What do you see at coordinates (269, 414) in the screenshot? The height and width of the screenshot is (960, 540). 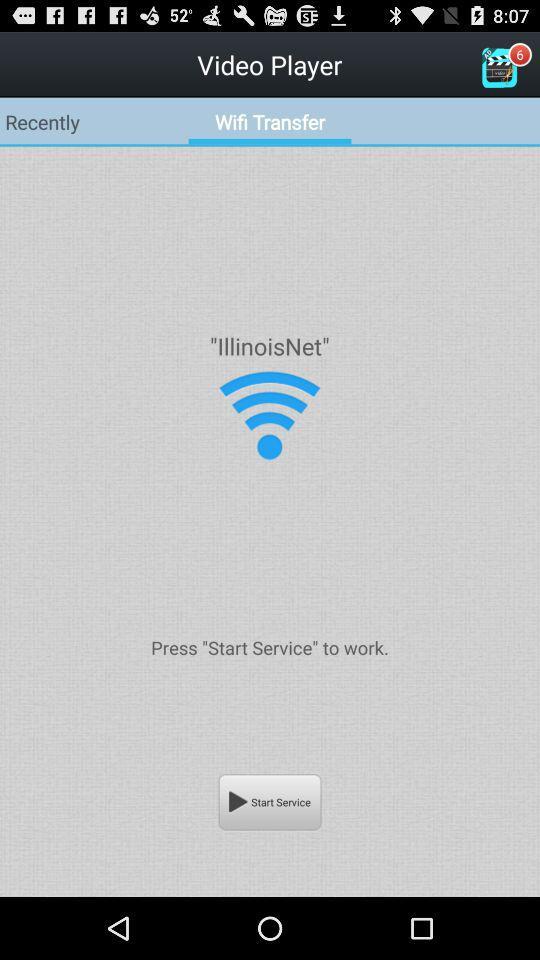 I see `upload or download media` at bounding box center [269, 414].